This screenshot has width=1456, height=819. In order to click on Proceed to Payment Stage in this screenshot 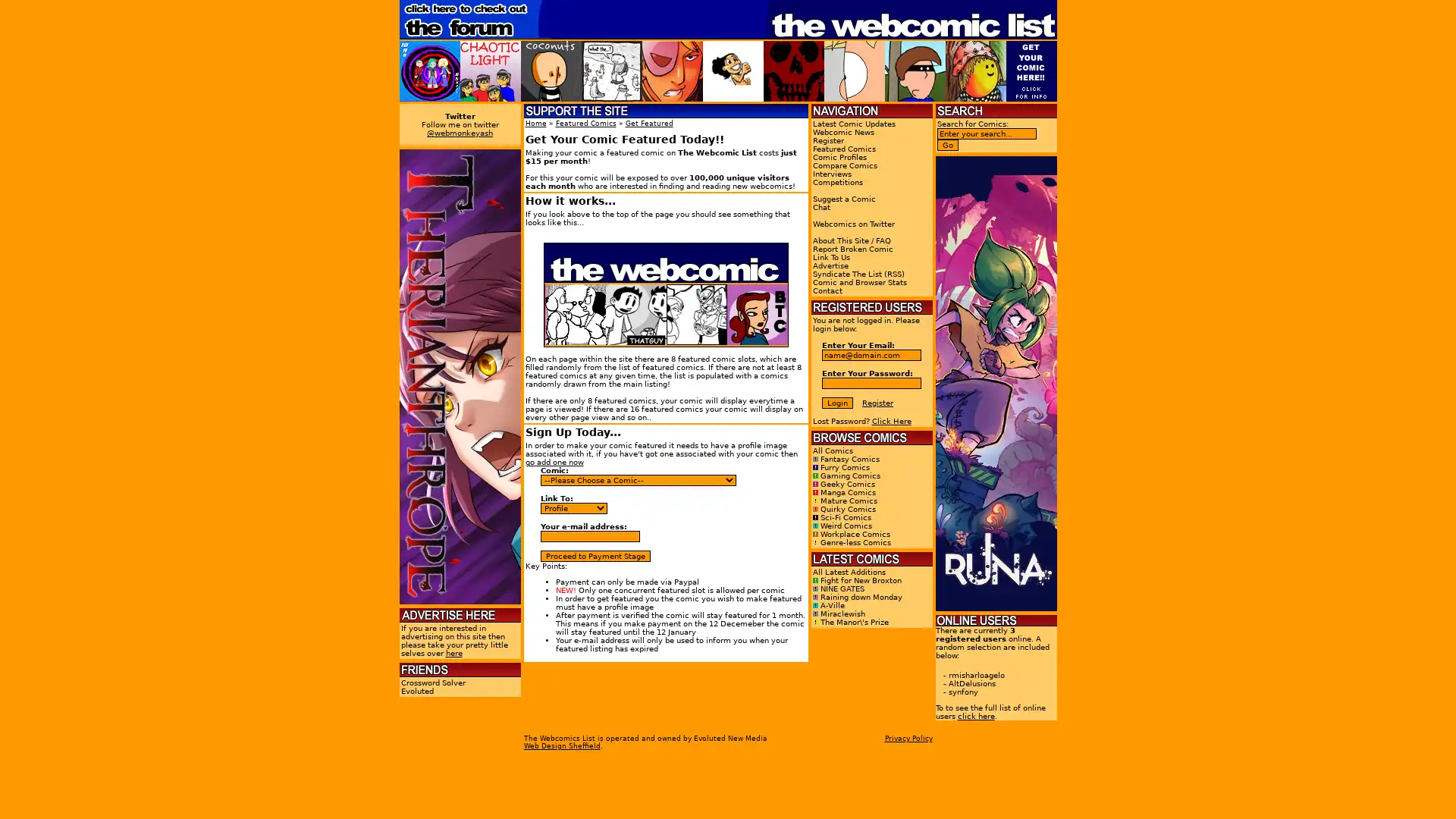, I will do `click(594, 556)`.